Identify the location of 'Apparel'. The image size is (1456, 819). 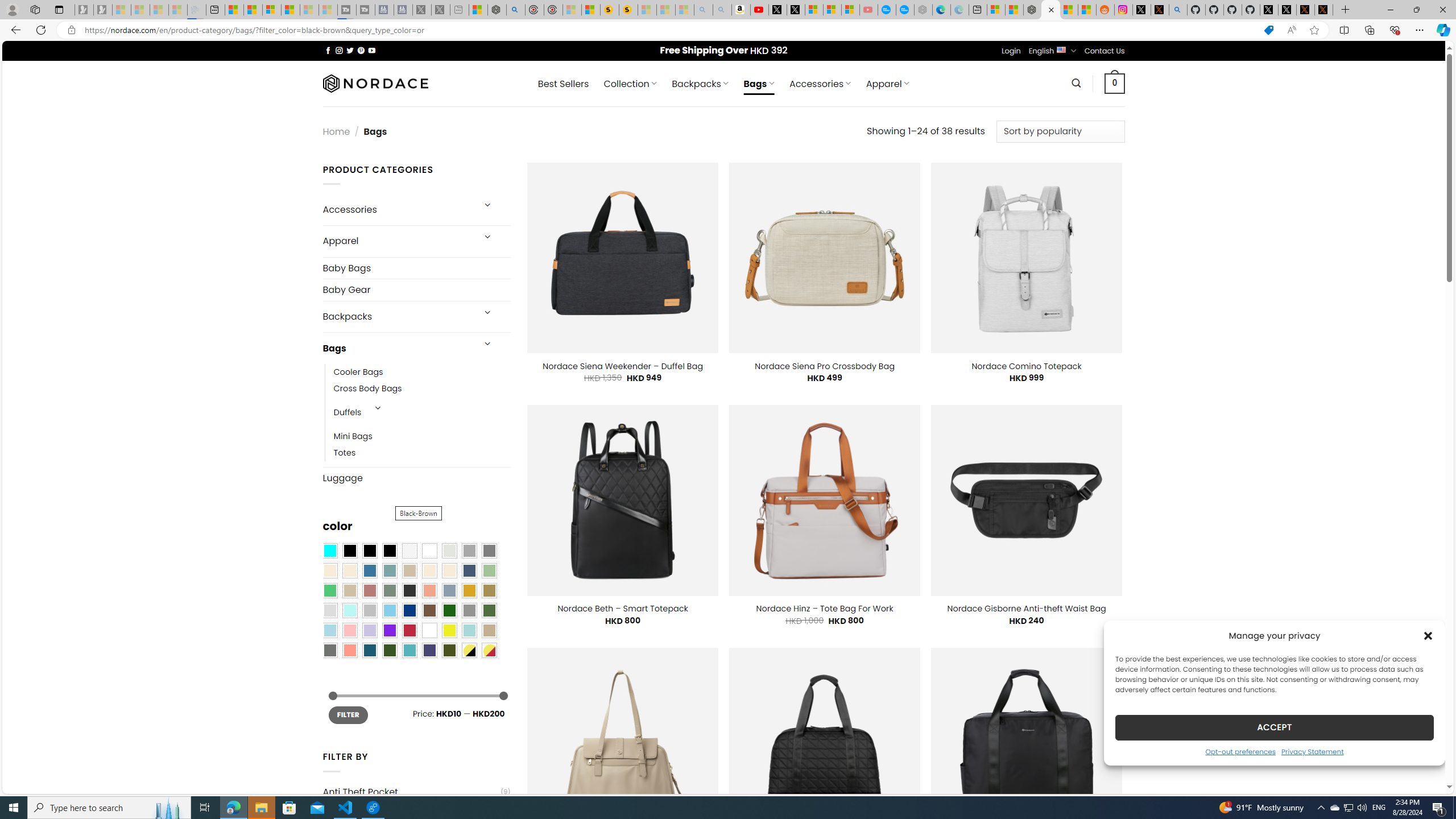
(396, 241).